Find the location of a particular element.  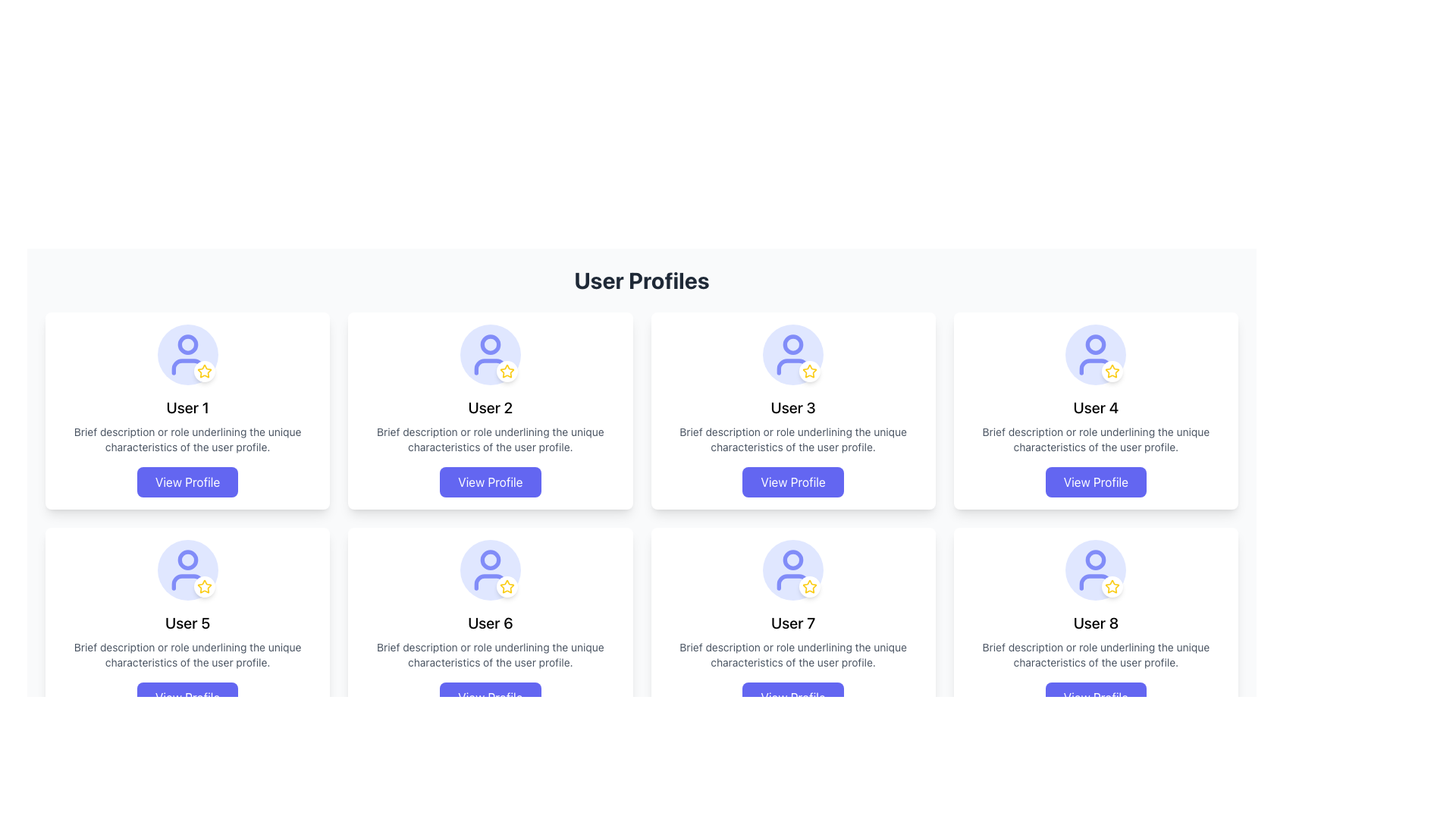

text that displays the name or identifier of the user associated with the fourth user card from the left, located in the top row of the grid layout, just below the avatar icon is located at coordinates (1096, 406).